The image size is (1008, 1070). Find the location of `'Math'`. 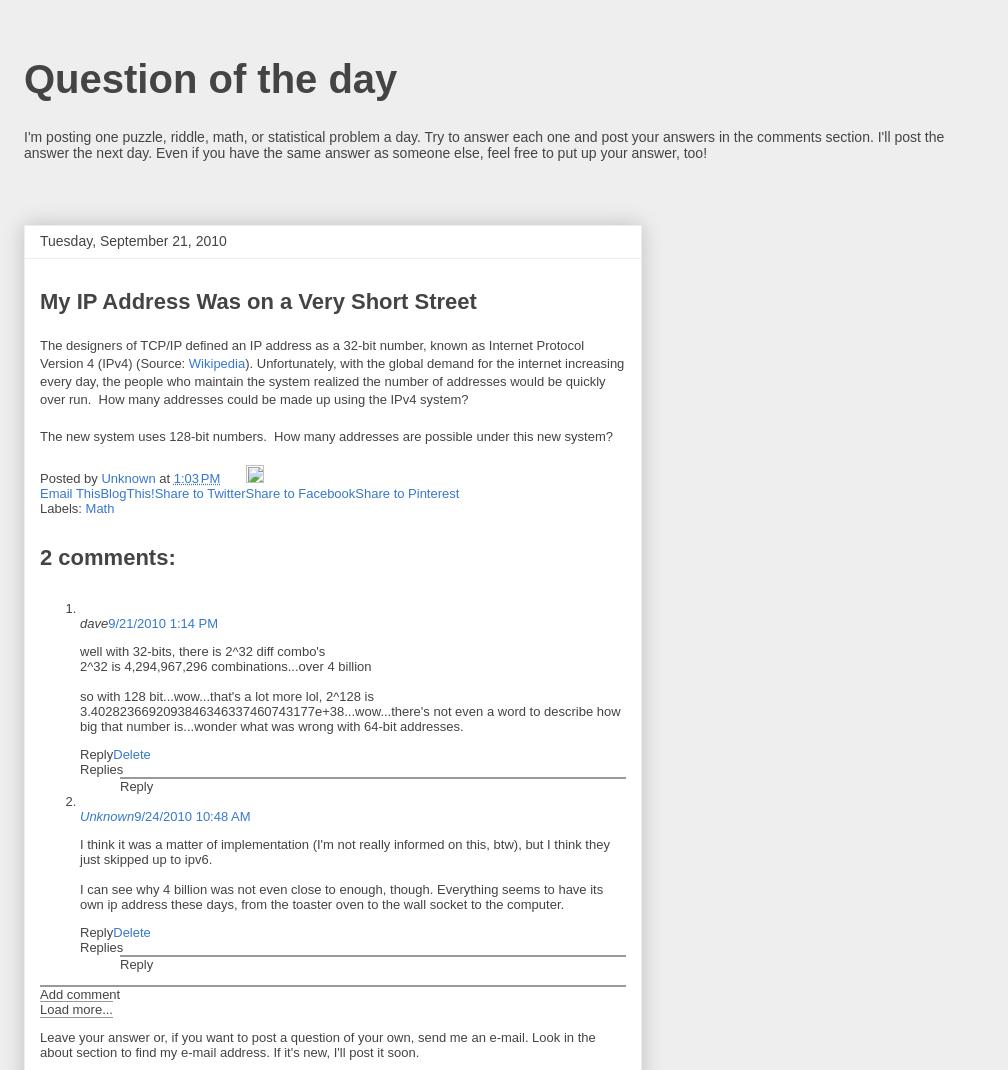

'Math' is located at coordinates (99, 508).